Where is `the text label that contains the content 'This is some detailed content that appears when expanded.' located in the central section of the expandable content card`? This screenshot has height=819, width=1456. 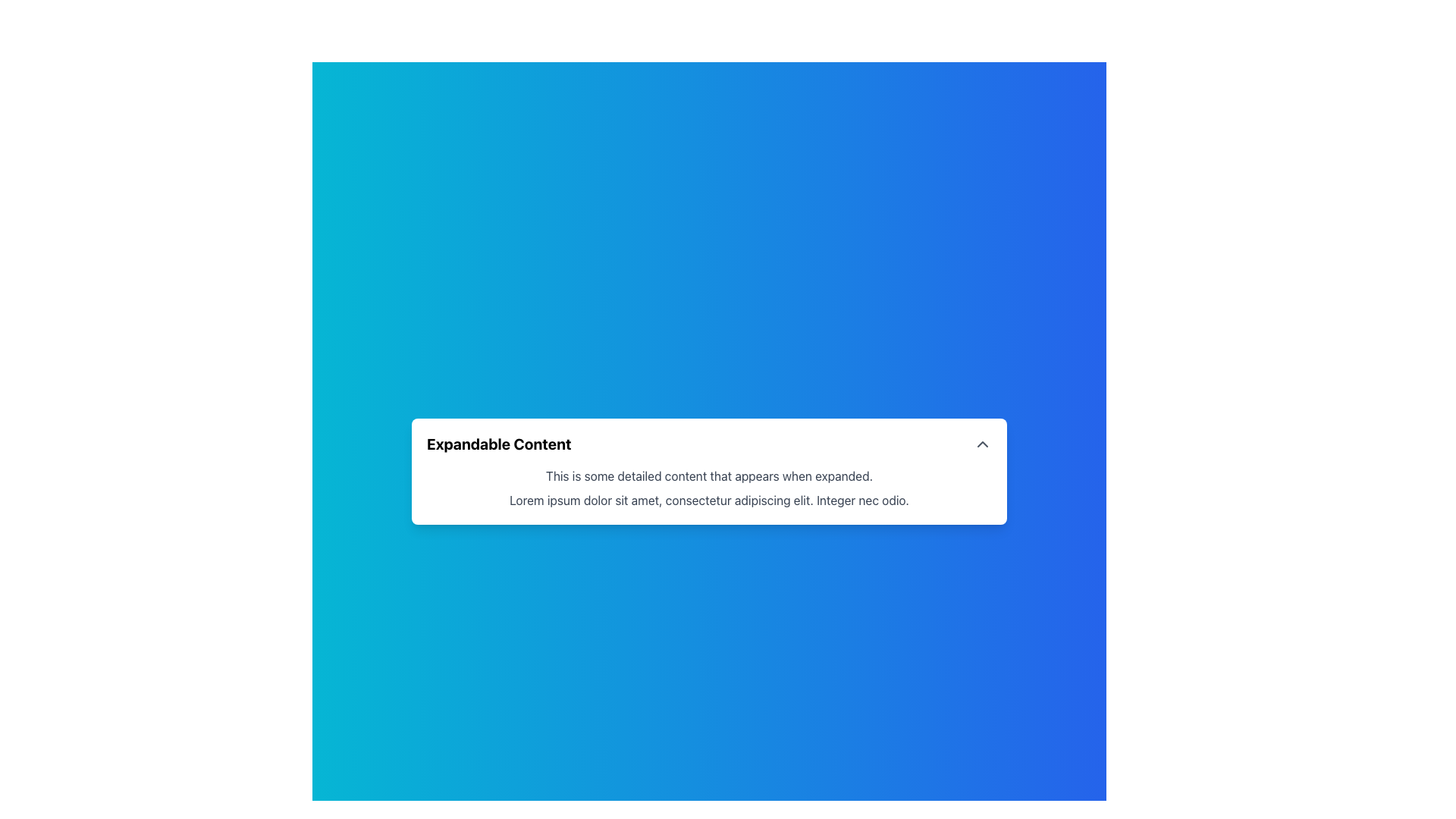
the text label that contains the content 'This is some detailed content that appears when expanded.' located in the central section of the expandable content card is located at coordinates (708, 475).